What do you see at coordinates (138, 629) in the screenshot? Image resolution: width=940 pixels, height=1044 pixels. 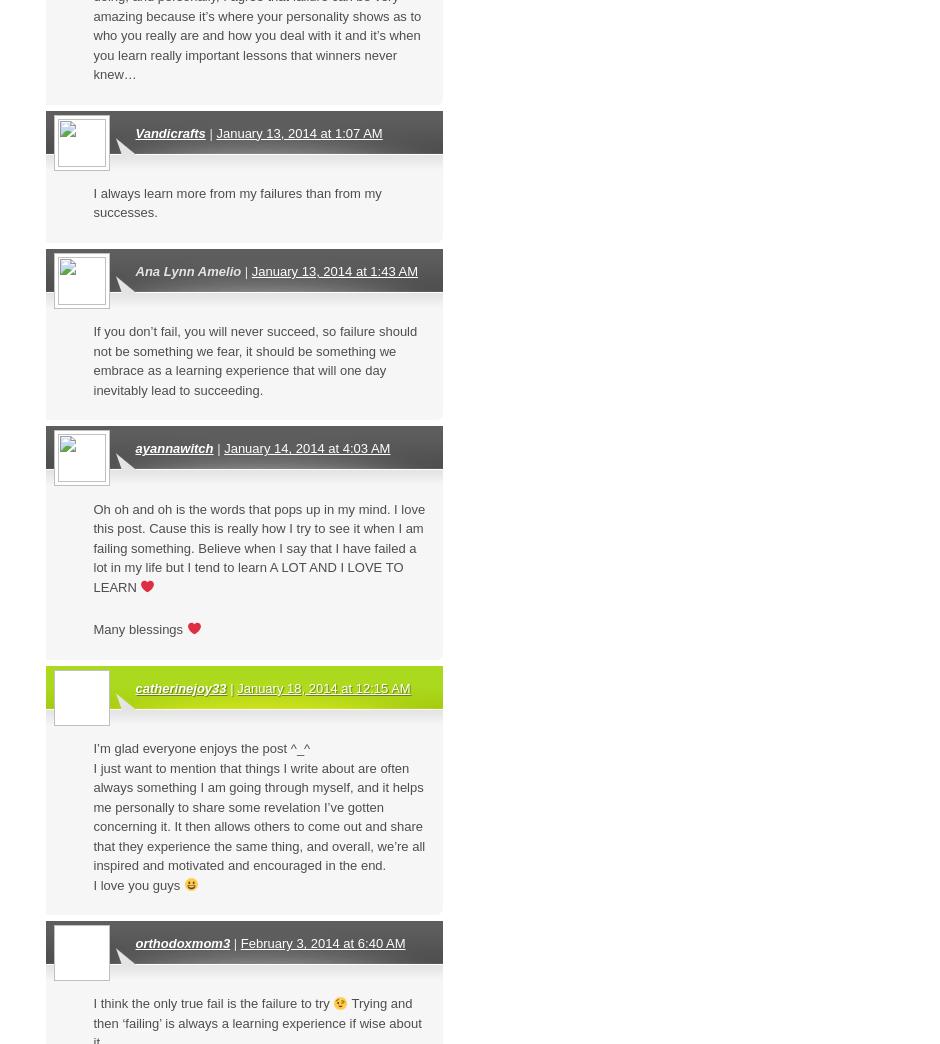 I see `'Many blessings'` at bounding box center [138, 629].